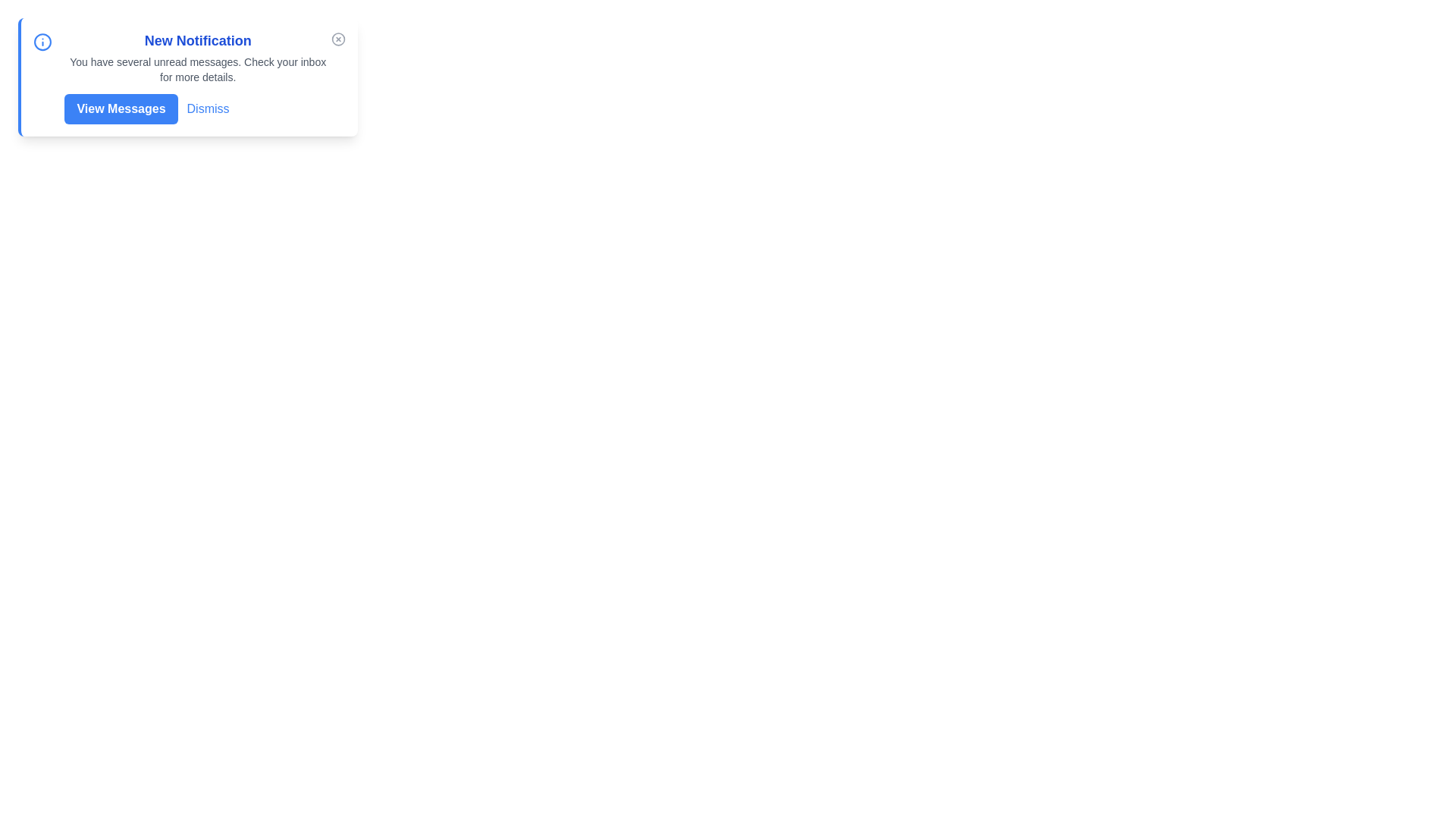 The width and height of the screenshot is (1456, 819). What do you see at coordinates (42, 42) in the screenshot?
I see `the central circular graphic element within the information icon located at the top left corner of the notification card` at bounding box center [42, 42].